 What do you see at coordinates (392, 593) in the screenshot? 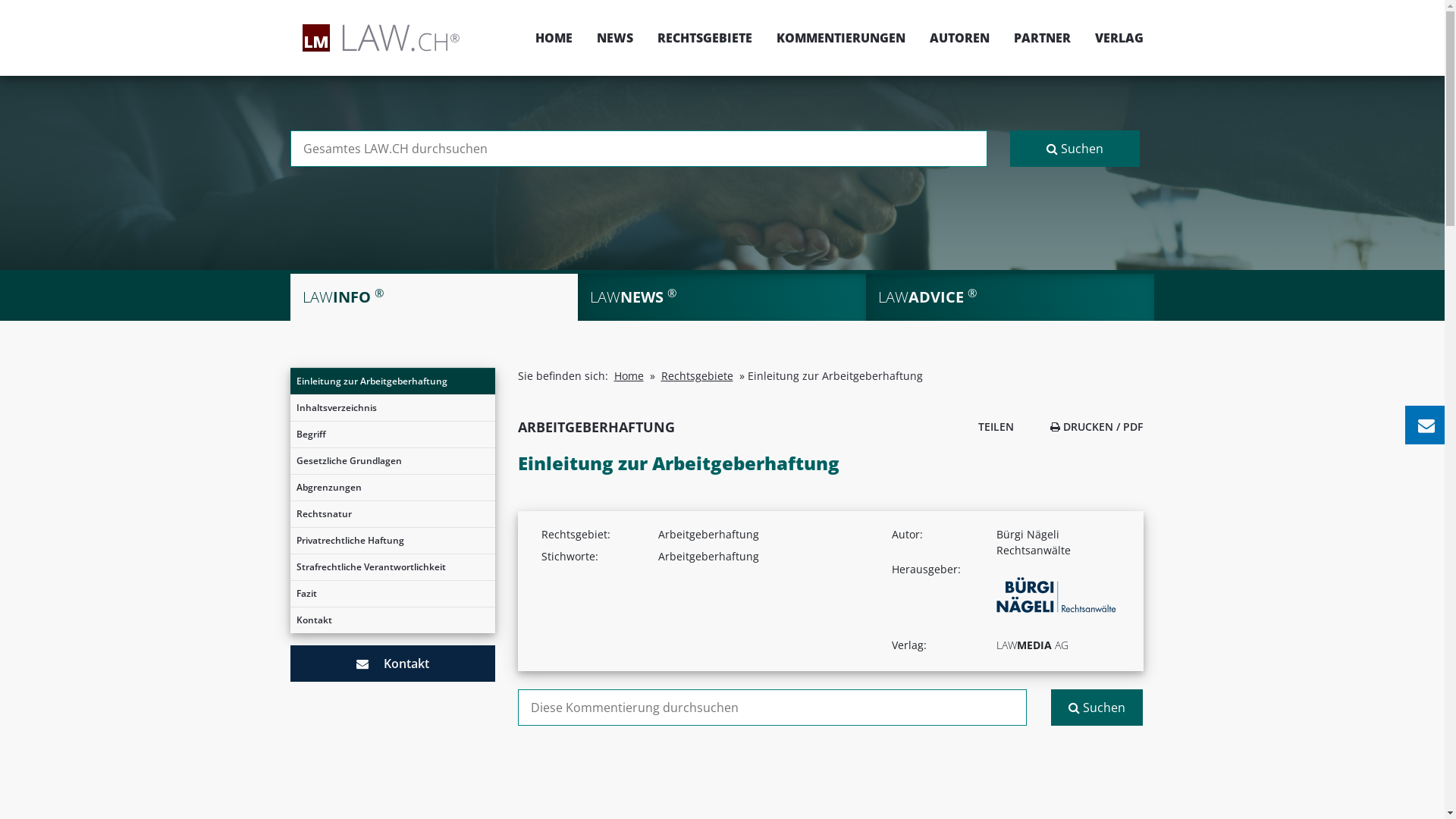
I see `'Fazit'` at bounding box center [392, 593].